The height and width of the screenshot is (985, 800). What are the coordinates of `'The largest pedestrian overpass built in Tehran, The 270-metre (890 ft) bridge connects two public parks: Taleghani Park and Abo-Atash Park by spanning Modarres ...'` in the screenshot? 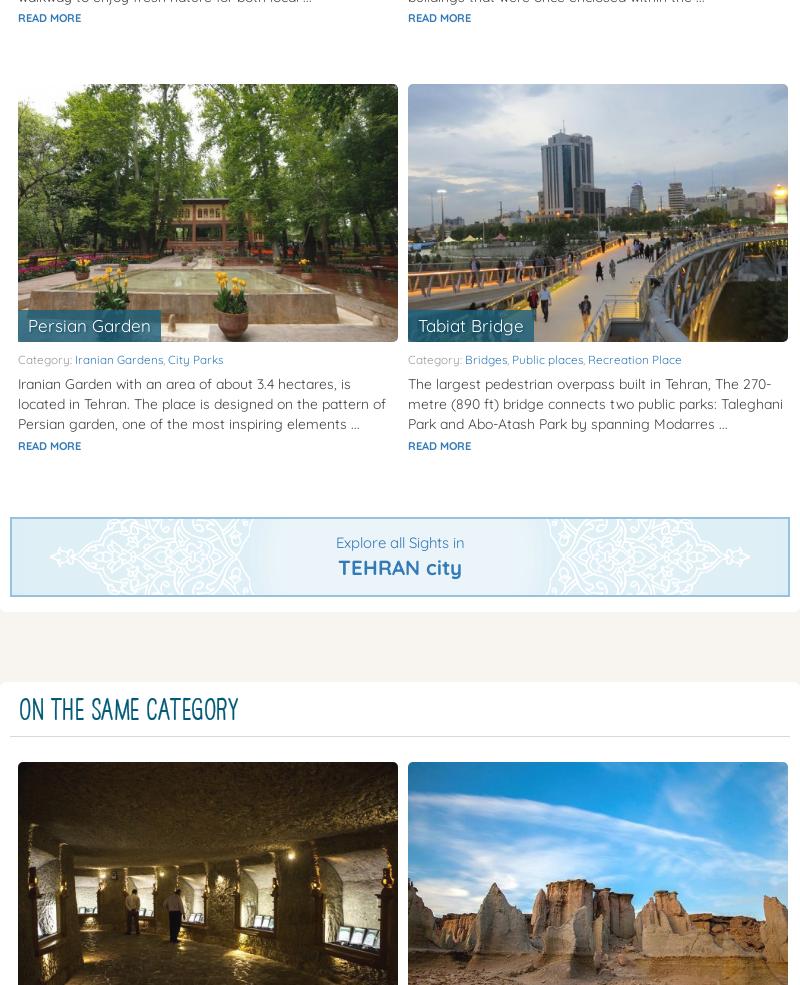 It's located at (594, 402).